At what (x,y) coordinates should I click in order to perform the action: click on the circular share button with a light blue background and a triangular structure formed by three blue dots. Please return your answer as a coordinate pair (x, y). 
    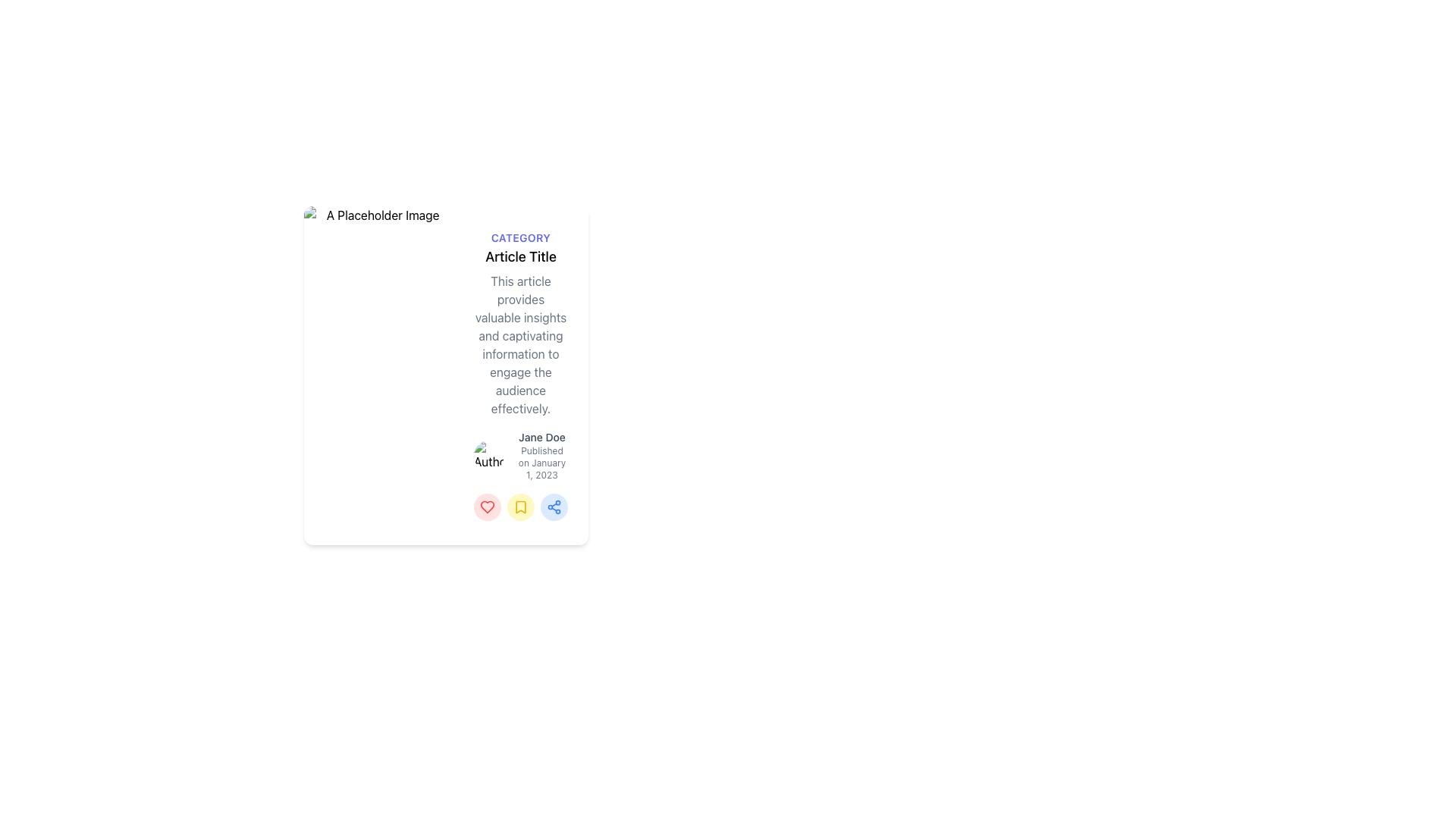
    Looking at the image, I should click on (553, 507).